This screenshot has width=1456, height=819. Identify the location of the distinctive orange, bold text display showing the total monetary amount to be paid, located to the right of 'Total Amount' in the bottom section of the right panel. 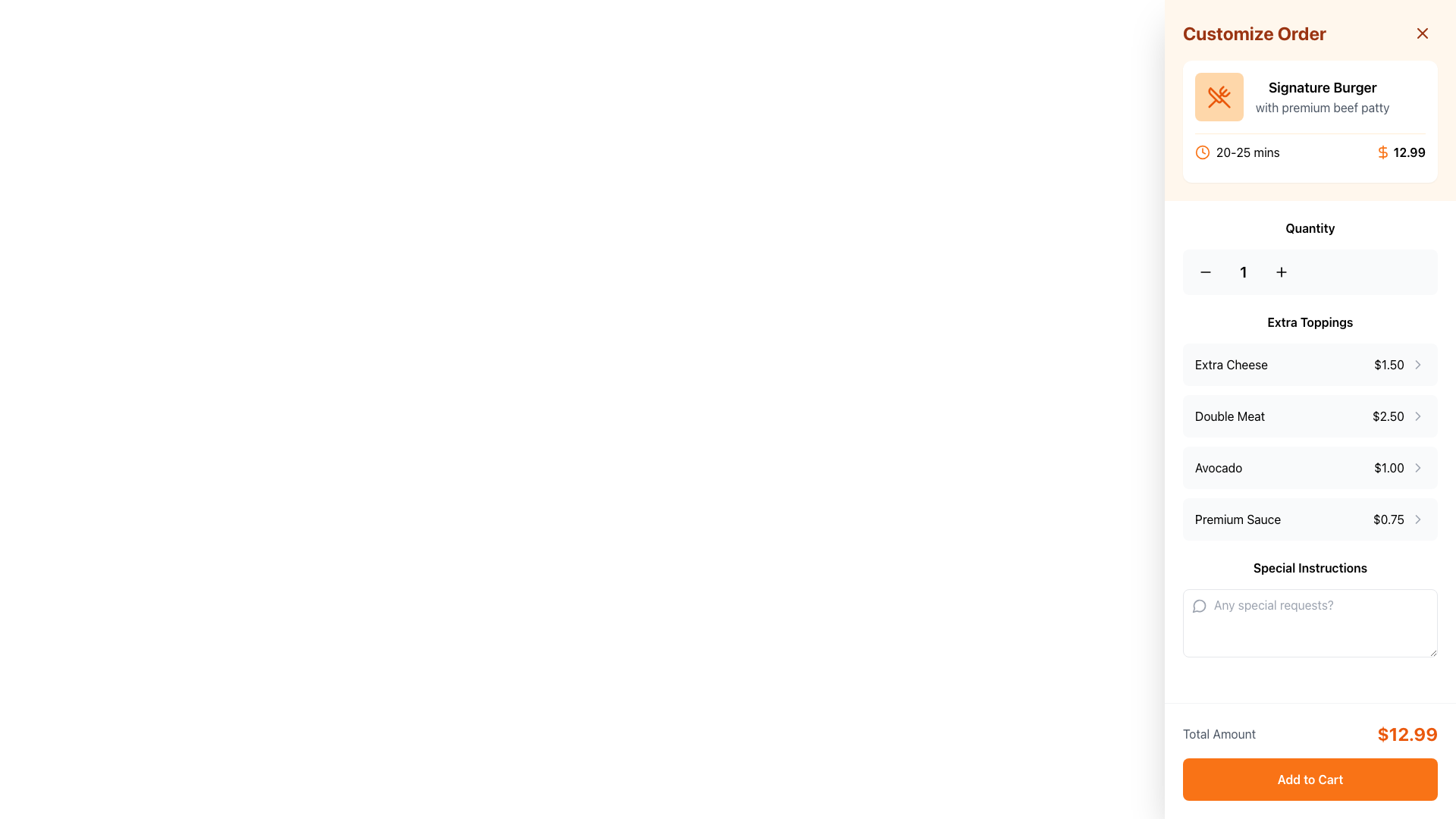
(1407, 733).